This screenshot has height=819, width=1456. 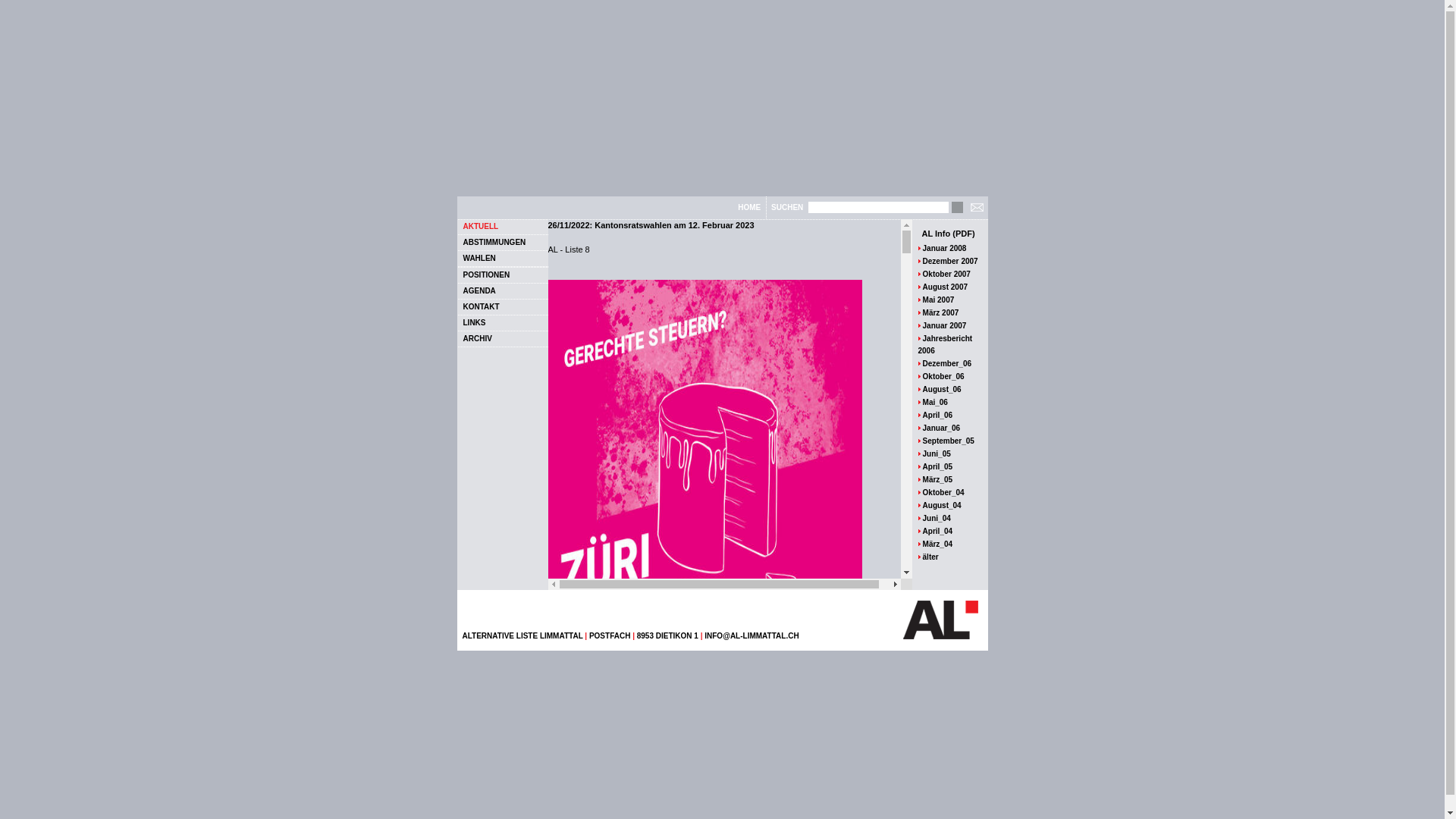 I want to click on 'April_05', so click(x=937, y=466).